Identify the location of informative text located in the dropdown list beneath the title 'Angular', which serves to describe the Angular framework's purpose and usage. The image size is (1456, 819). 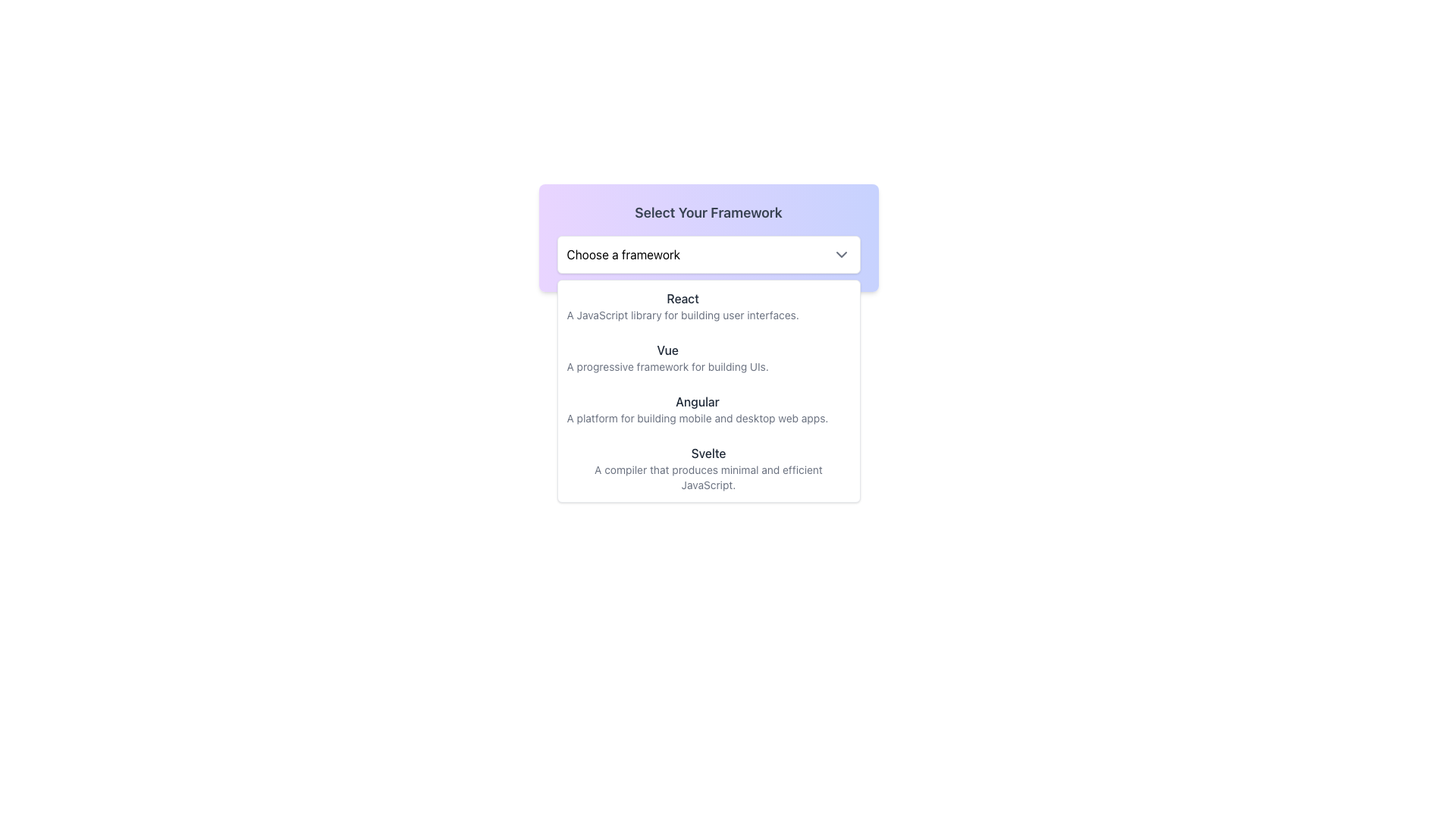
(696, 418).